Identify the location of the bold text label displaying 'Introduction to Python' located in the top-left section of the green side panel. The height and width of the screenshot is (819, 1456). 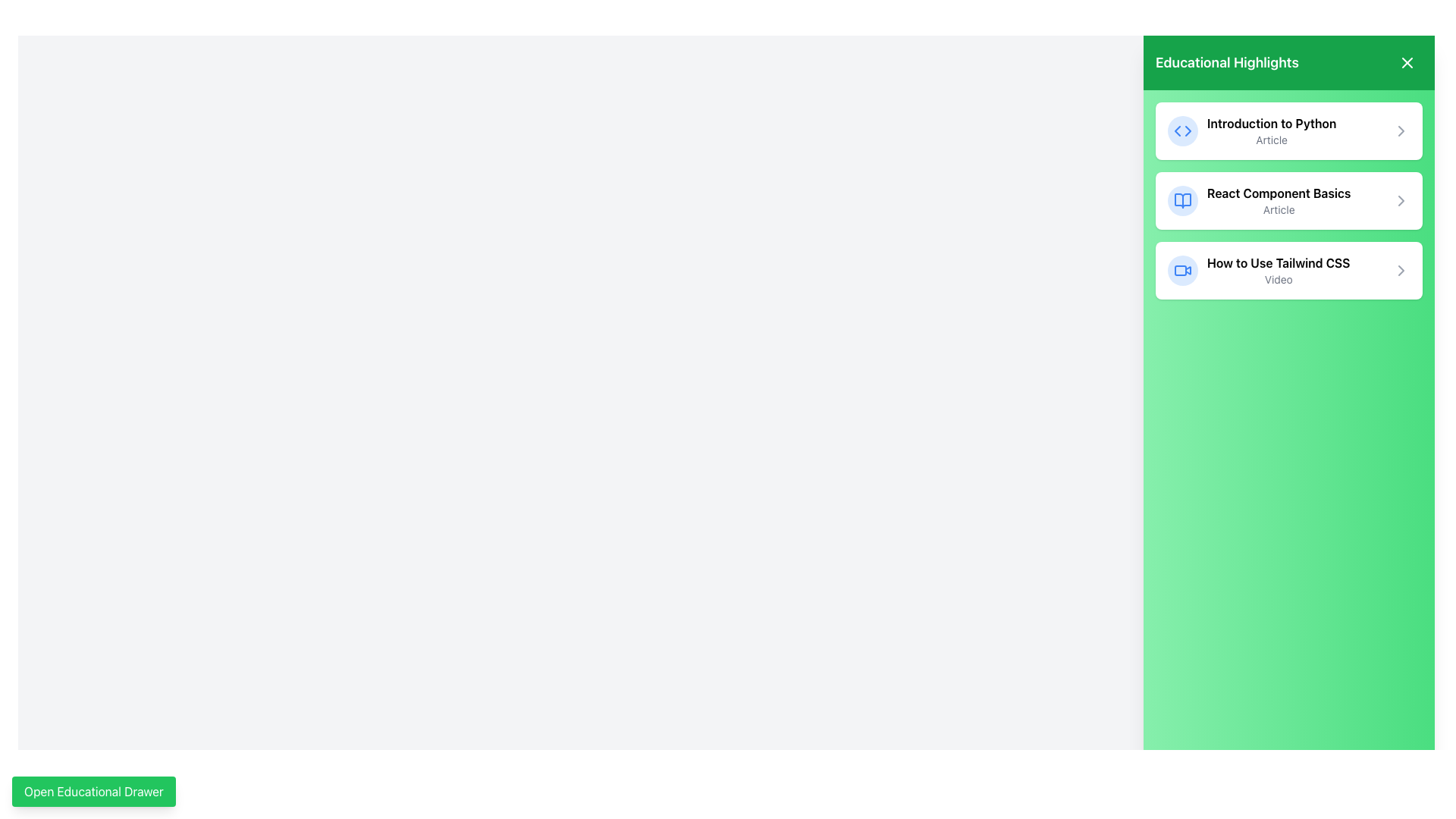
(1272, 122).